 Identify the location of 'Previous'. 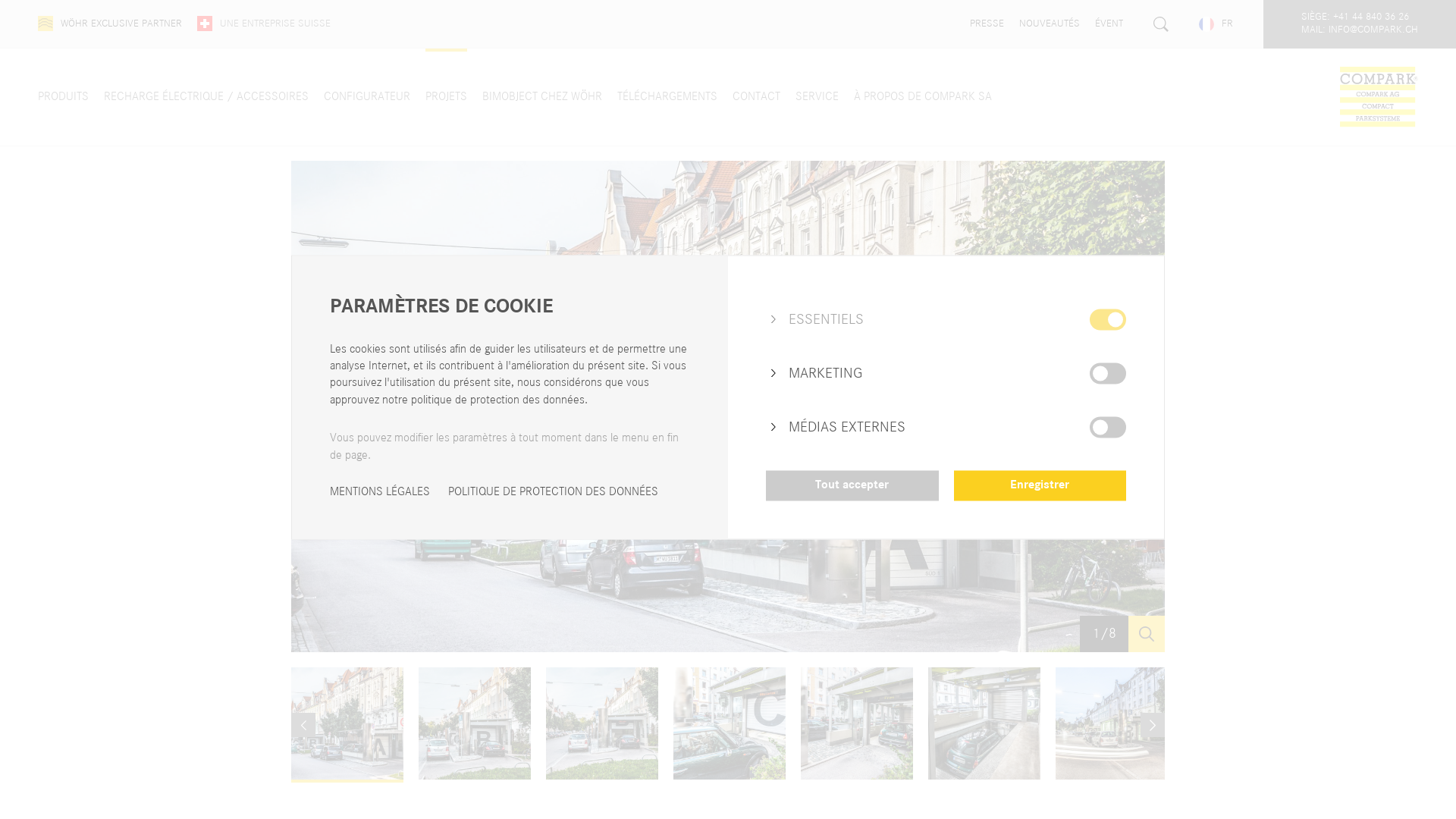
(291, 724).